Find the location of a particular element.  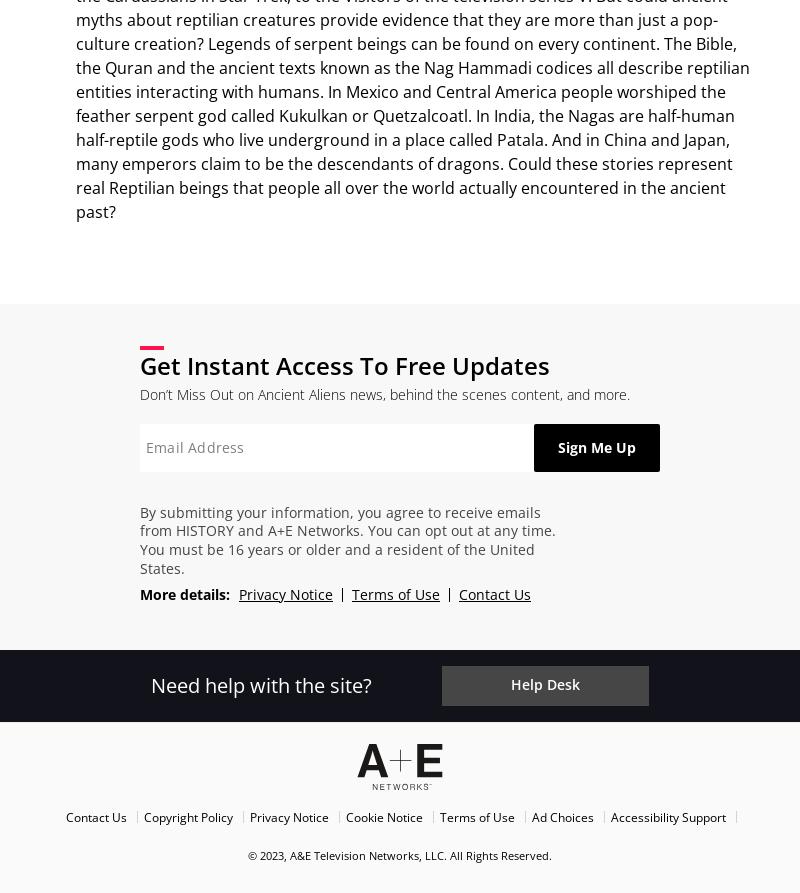

'Ad Choices' is located at coordinates (562, 815).